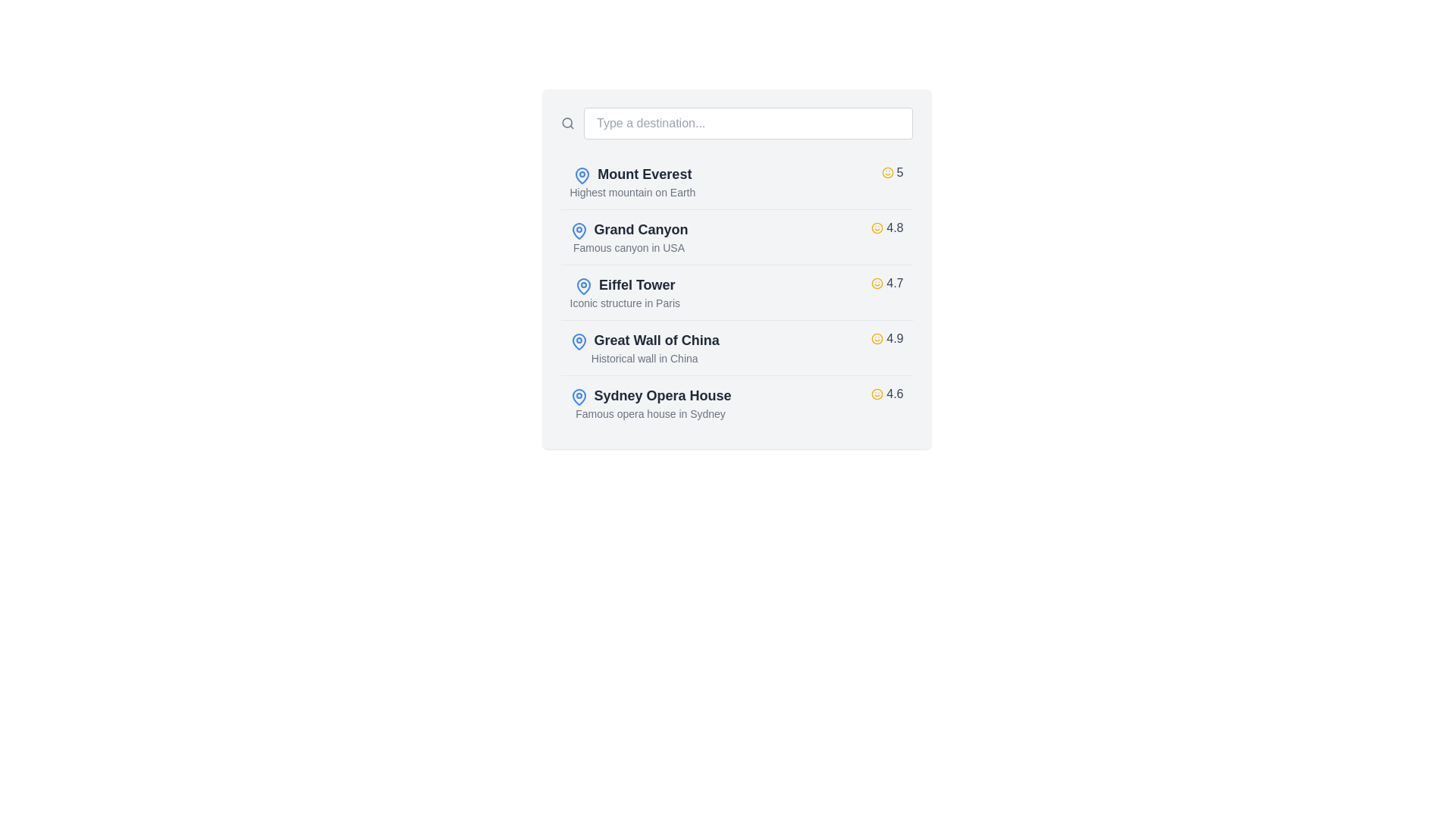  I want to click on the SVG Circle that visually represents the border of a smiley face icon used for ratings or expressions, which is positioned to the right of a list item dedicated to the Great Wall of China, so click(877, 338).